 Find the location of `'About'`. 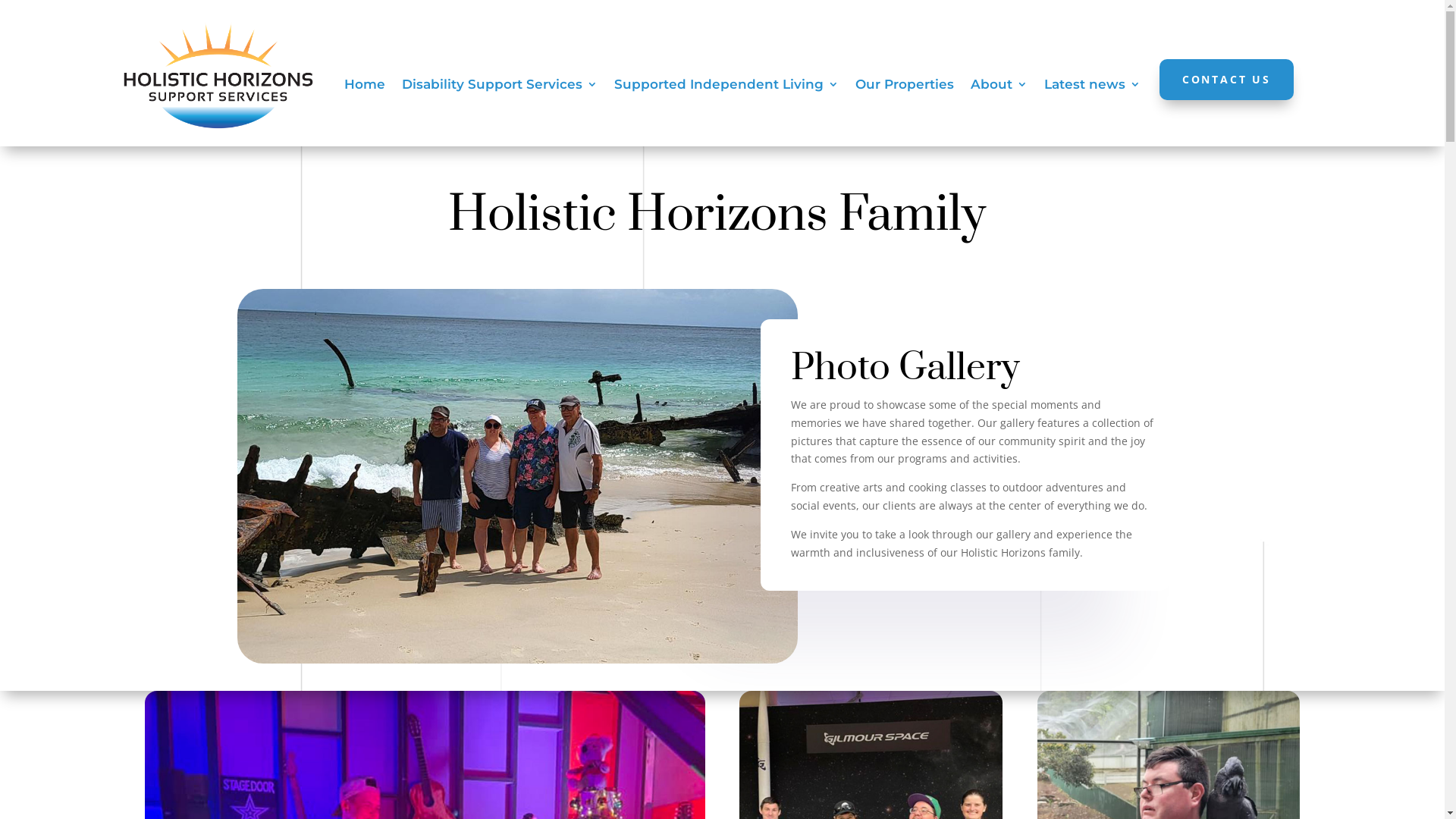

'About' is located at coordinates (971, 87).